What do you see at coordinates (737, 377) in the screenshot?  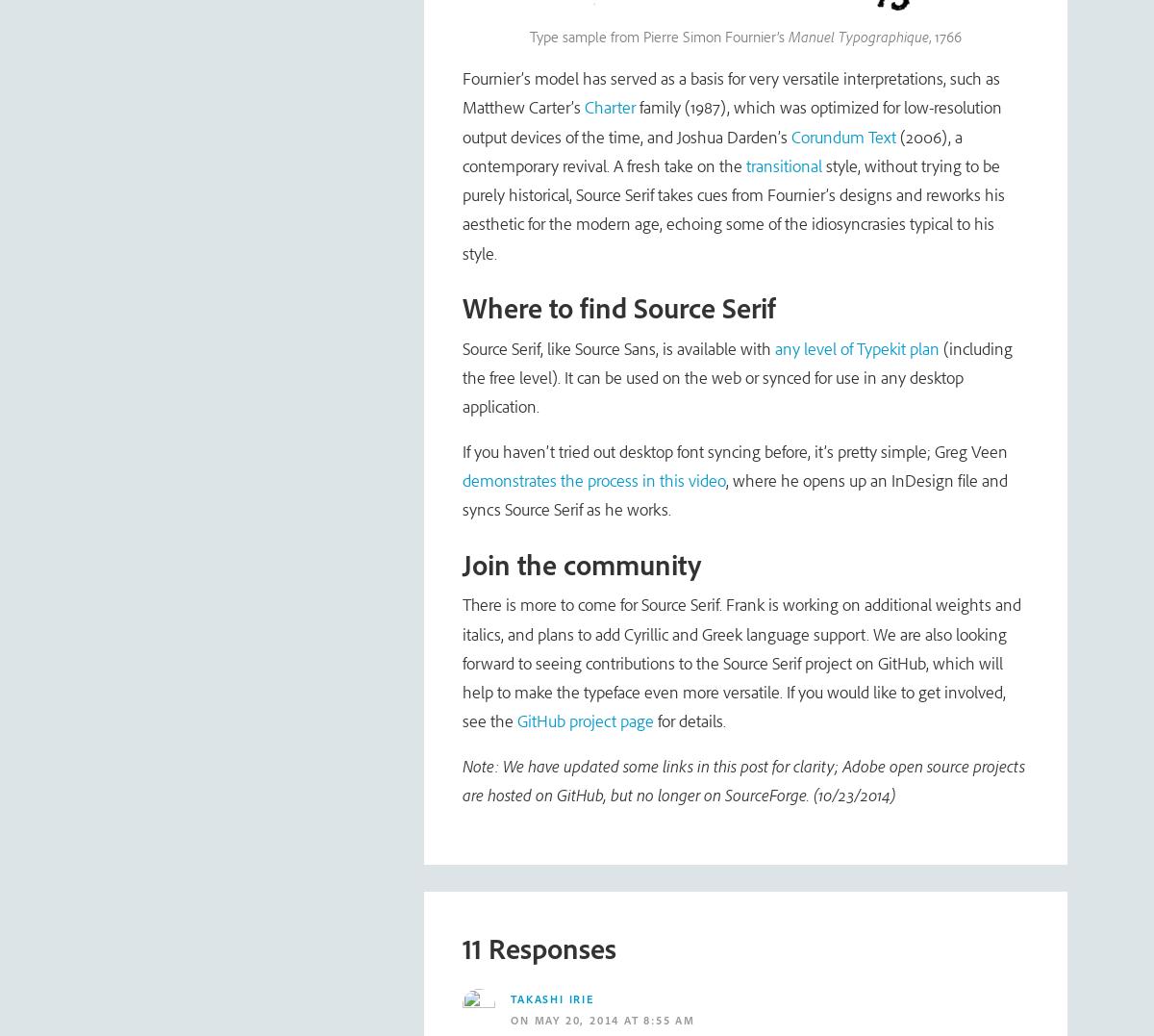 I see `'(including the free level). It can be used on the web or synced for use in any desktop application.'` at bounding box center [737, 377].